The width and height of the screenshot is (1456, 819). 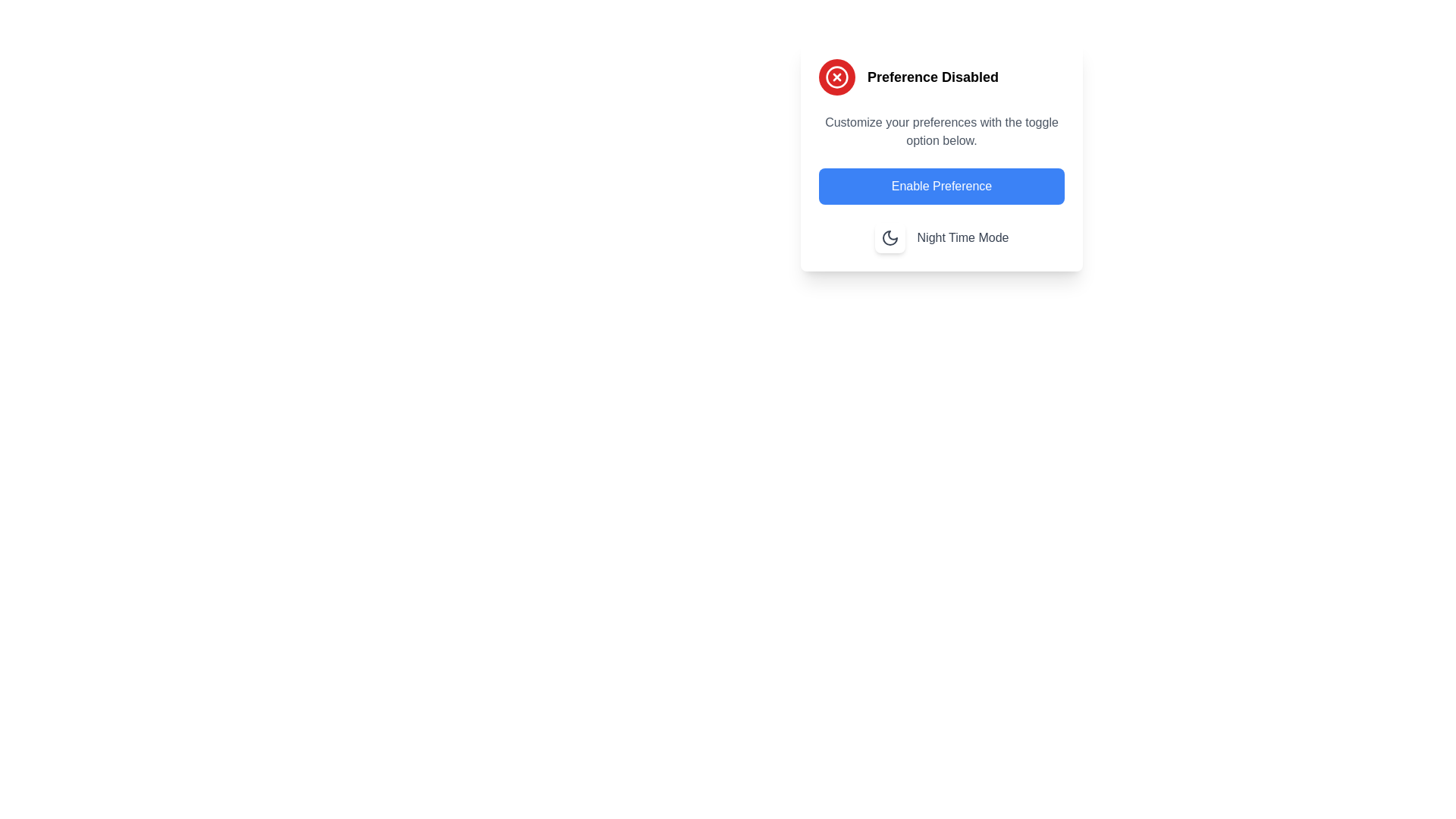 What do you see at coordinates (836, 77) in the screenshot?
I see `the small icon with a red background and a white 'x' symbol, located at the top left of the 'Preference Disabled' dialog box` at bounding box center [836, 77].